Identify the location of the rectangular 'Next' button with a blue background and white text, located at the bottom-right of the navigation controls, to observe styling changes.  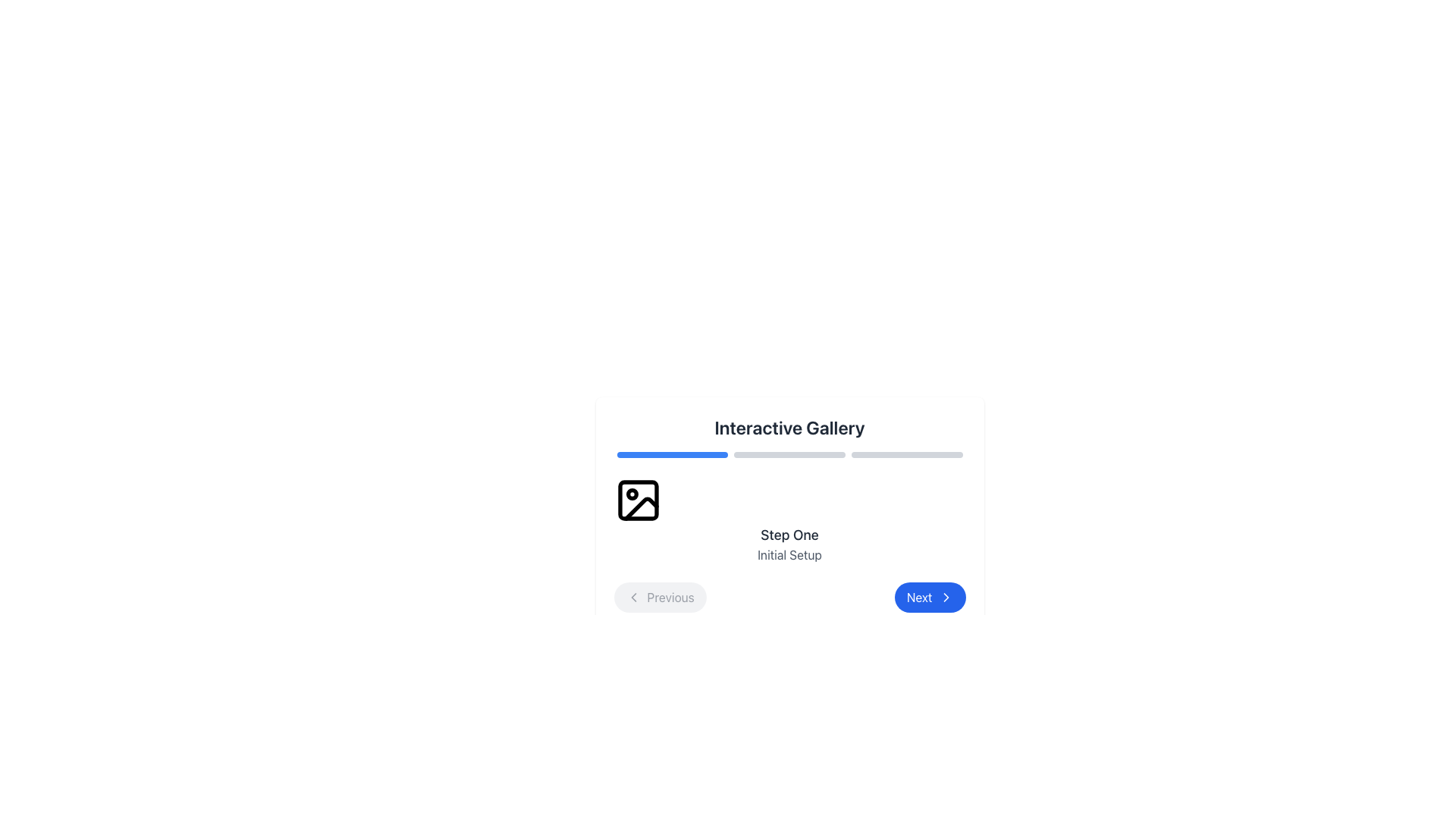
(929, 596).